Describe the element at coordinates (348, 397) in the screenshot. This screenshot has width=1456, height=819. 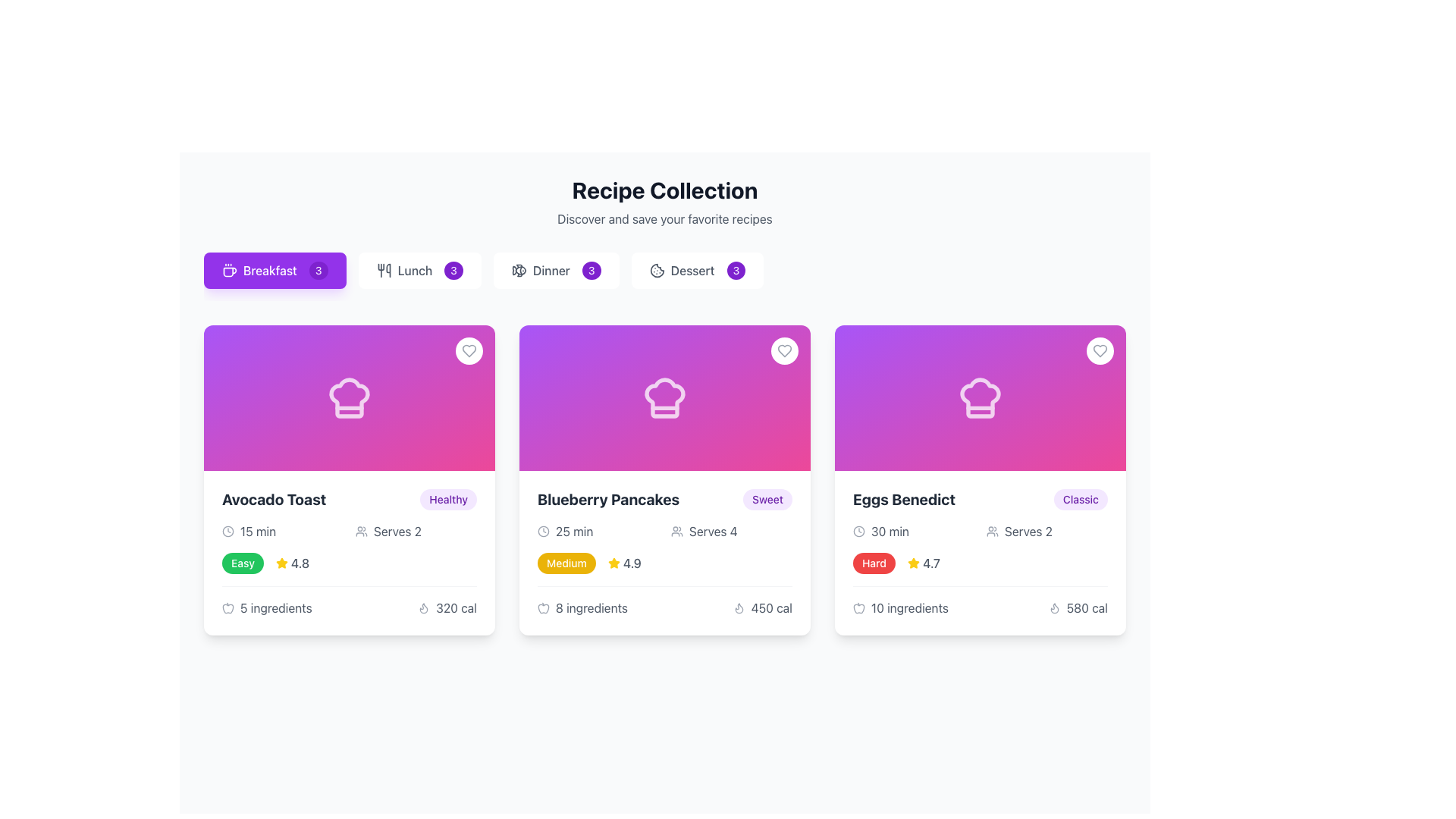
I see `the decorative graphic element representing the 'Avocado Toast' recipe card, which is located in the upper half of the card under the heading 'Recipe Collection'` at that location.